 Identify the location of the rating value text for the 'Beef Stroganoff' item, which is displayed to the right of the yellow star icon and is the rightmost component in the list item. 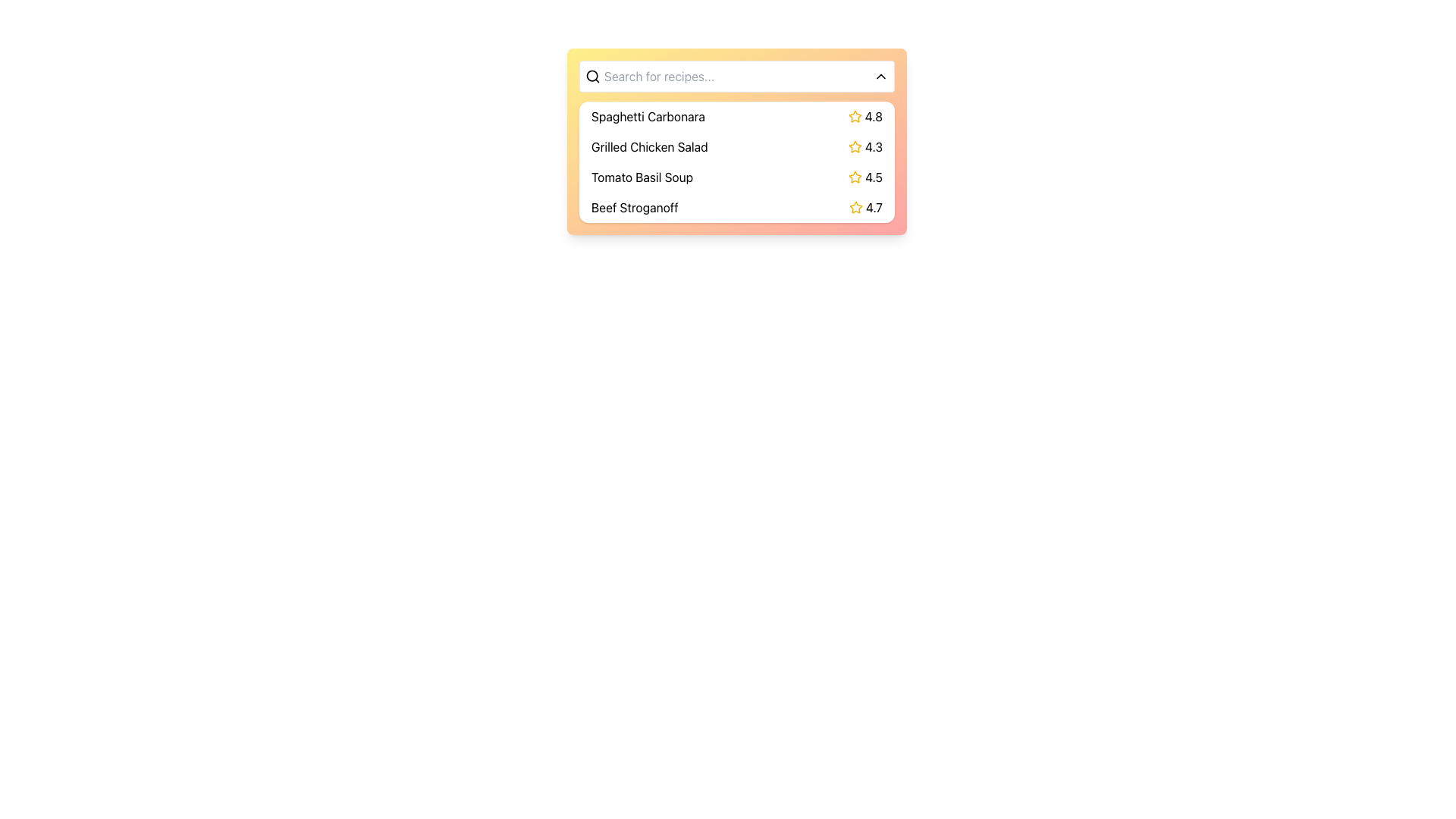
(874, 207).